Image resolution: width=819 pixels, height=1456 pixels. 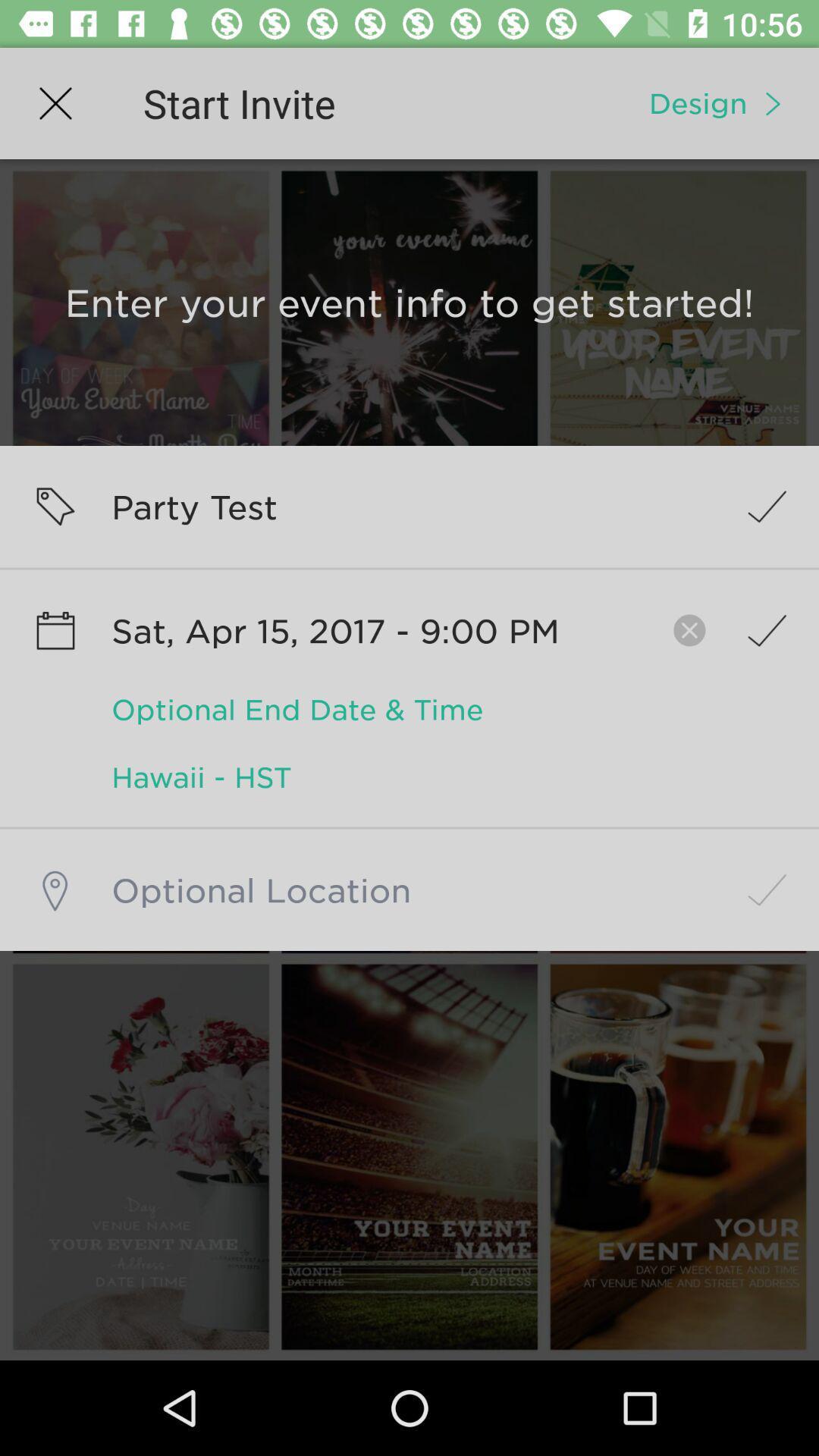 What do you see at coordinates (409, 890) in the screenshot?
I see `location` at bounding box center [409, 890].